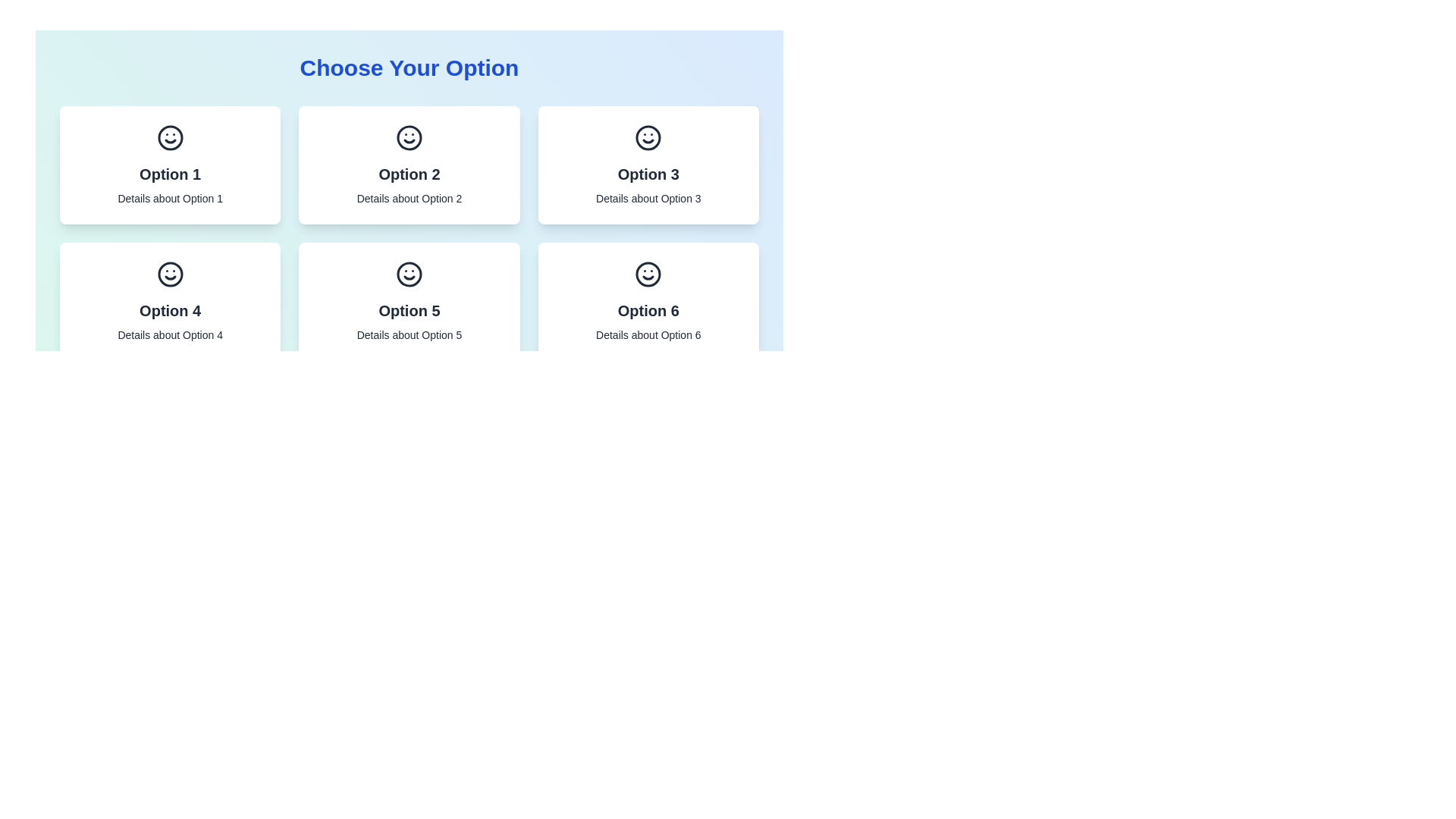 The image size is (1456, 819). I want to click on the text label displaying 'Details about Option 6', which is positioned below the title 'Option 6' within the card labeled 'Option 6', so click(648, 334).